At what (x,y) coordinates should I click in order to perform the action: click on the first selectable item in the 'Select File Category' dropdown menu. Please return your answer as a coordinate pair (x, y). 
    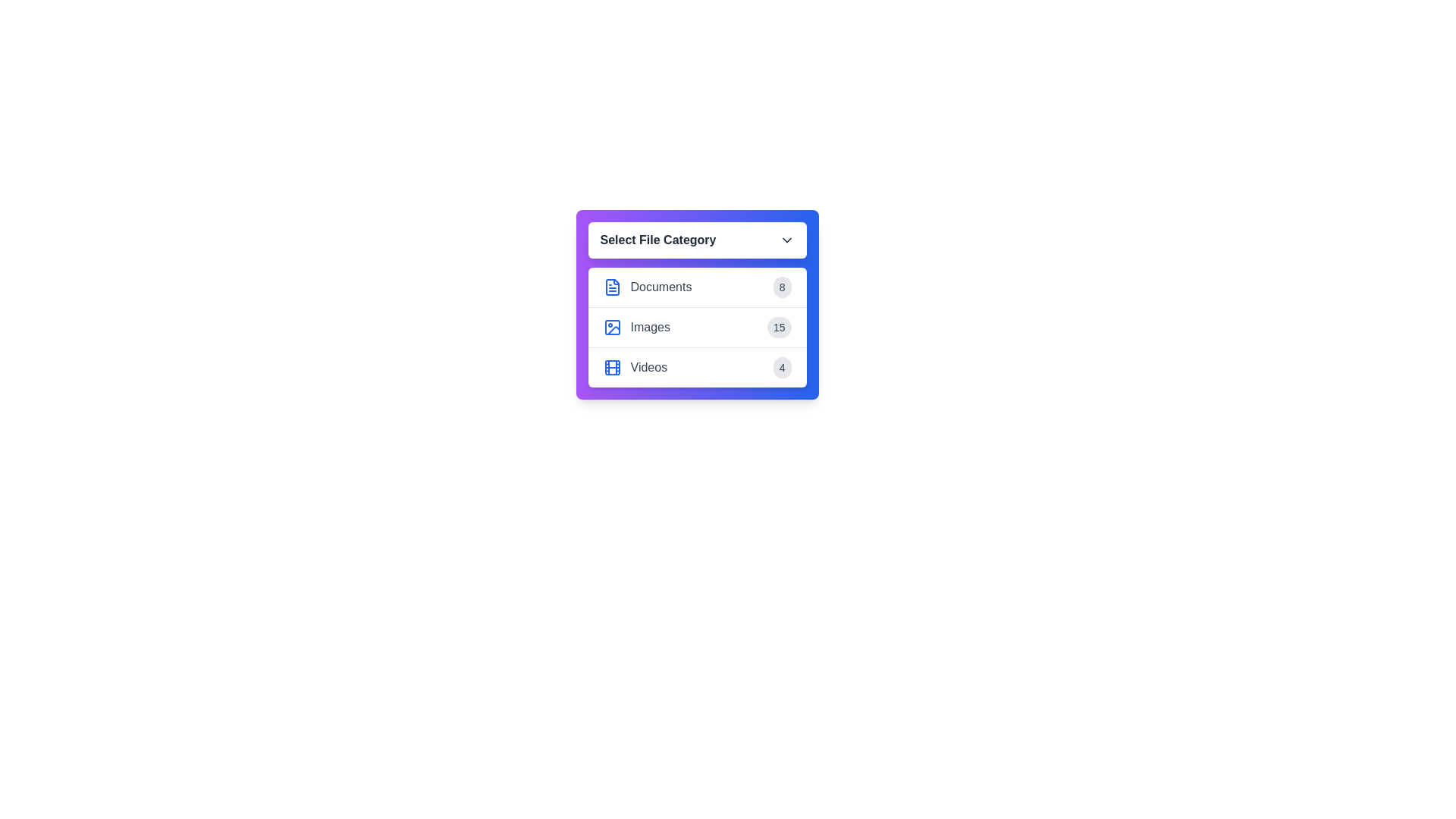
    Looking at the image, I should click on (648, 287).